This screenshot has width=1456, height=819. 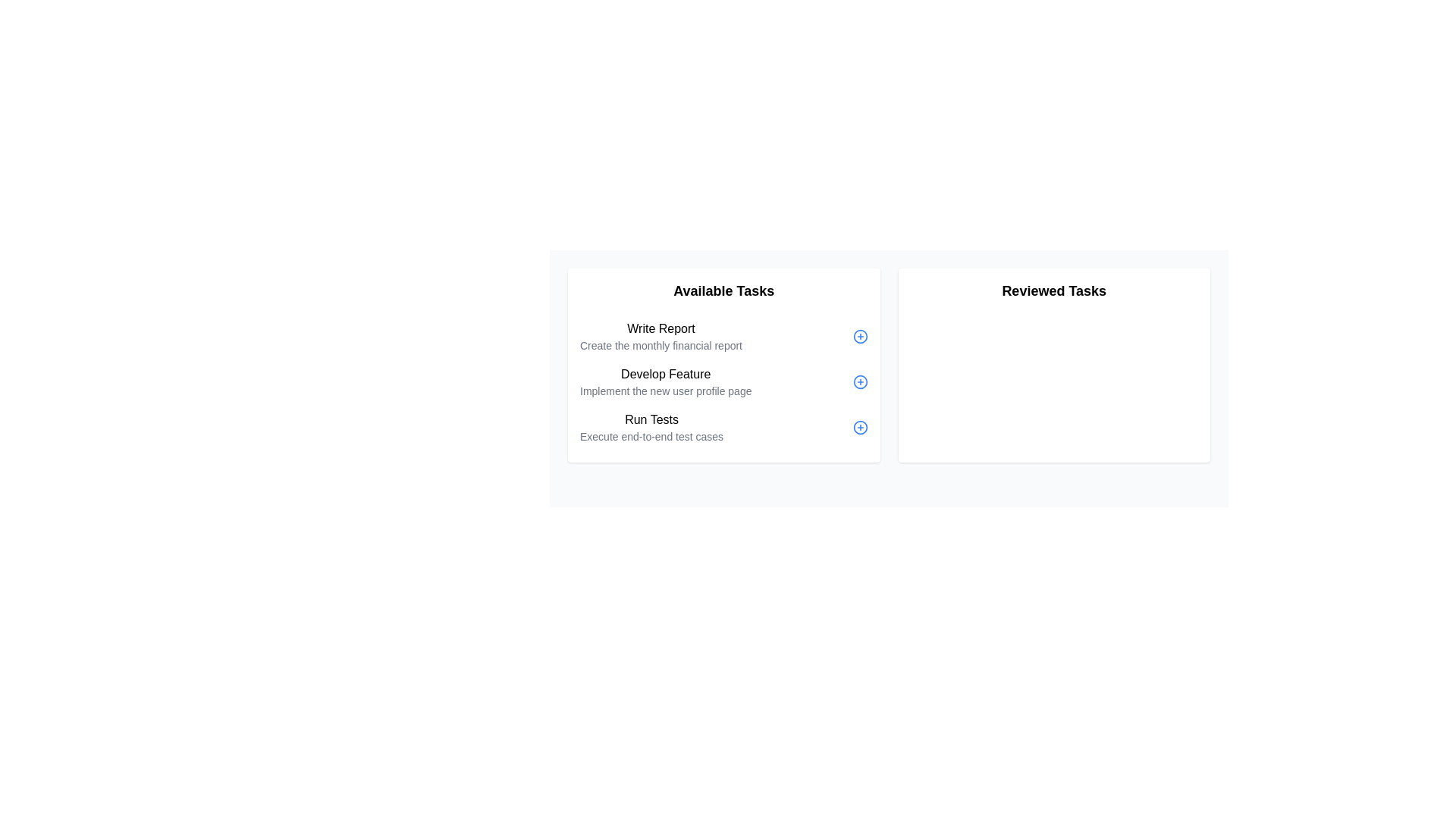 What do you see at coordinates (666, 374) in the screenshot?
I see `text label indicating the title of the task, which is 'Develop Feature', located centrally under 'Available Tasks' as the second task listed` at bounding box center [666, 374].